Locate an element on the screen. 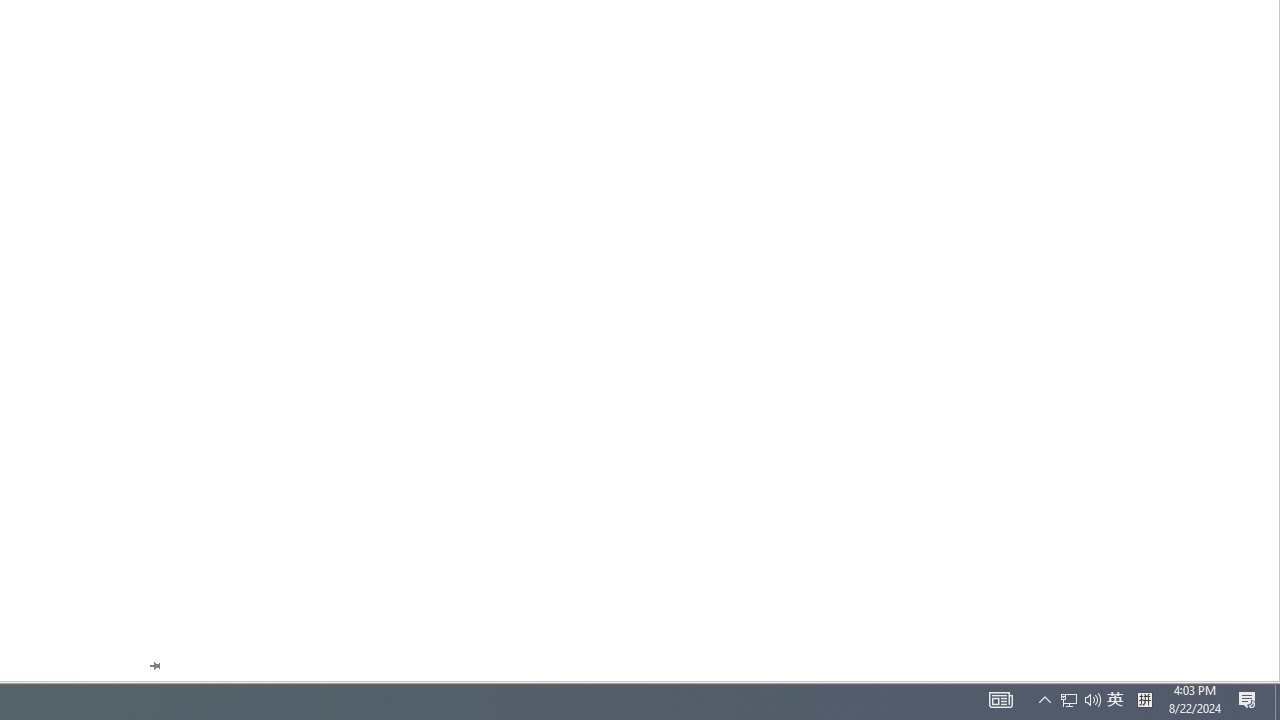 Image resolution: width=1280 pixels, height=720 pixels. 'Pin the Dock (Windows logo key+Shift+I)' is located at coordinates (153, 666).